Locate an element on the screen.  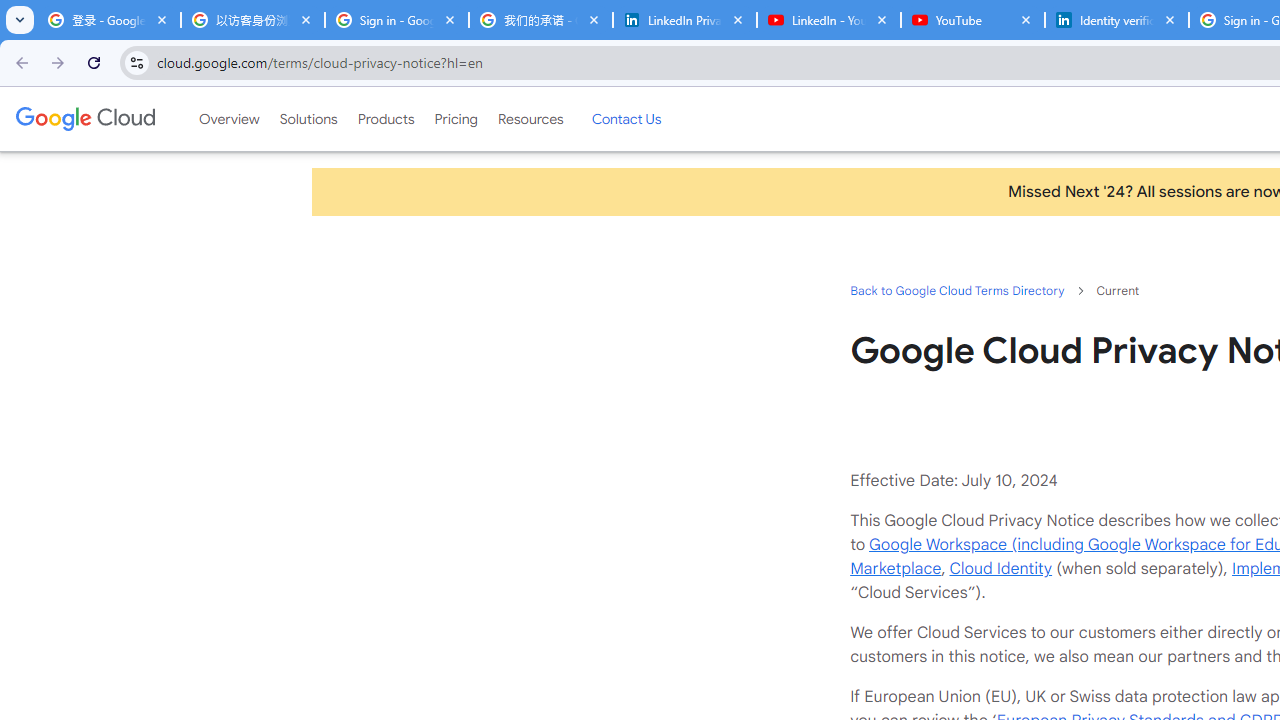
'LinkedIn - YouTube' is located at coordinates (828, 20).